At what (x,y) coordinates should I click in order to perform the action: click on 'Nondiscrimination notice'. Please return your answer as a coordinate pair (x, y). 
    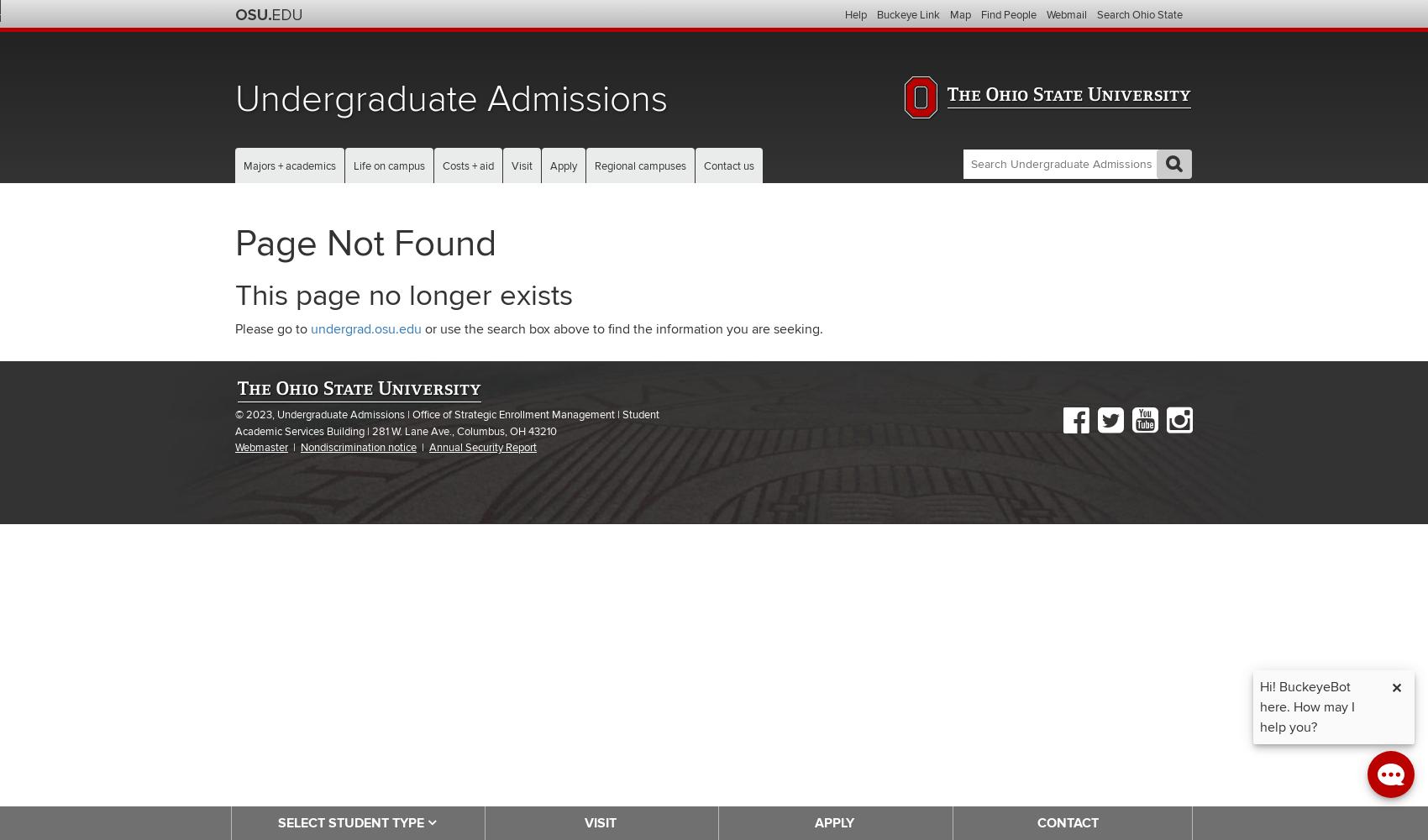
    Looking at the image, I should click on (359, 448).